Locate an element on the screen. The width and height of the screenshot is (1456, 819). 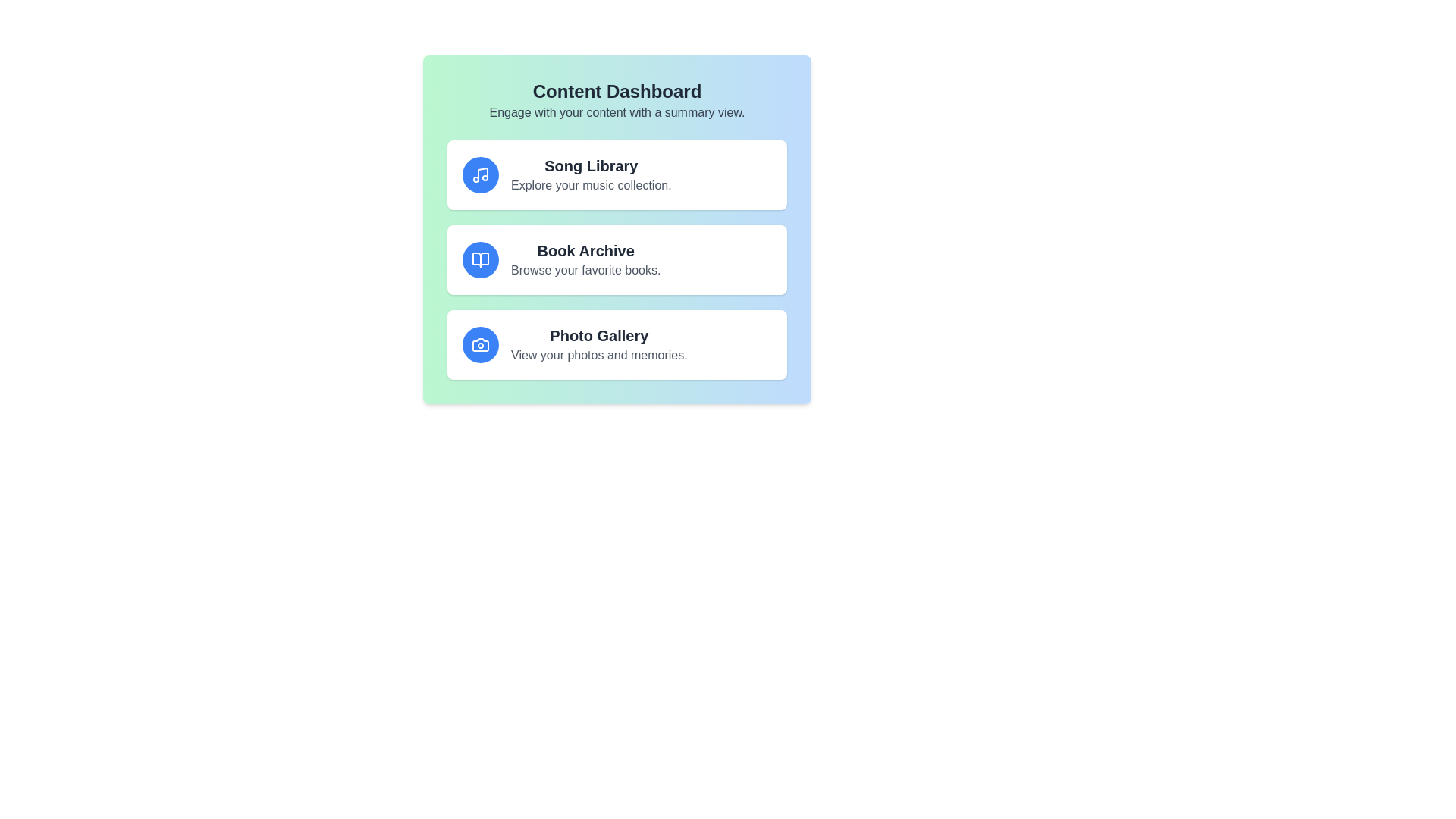
the item Song Library to see the hover effect is located at coordinates (617, 174).